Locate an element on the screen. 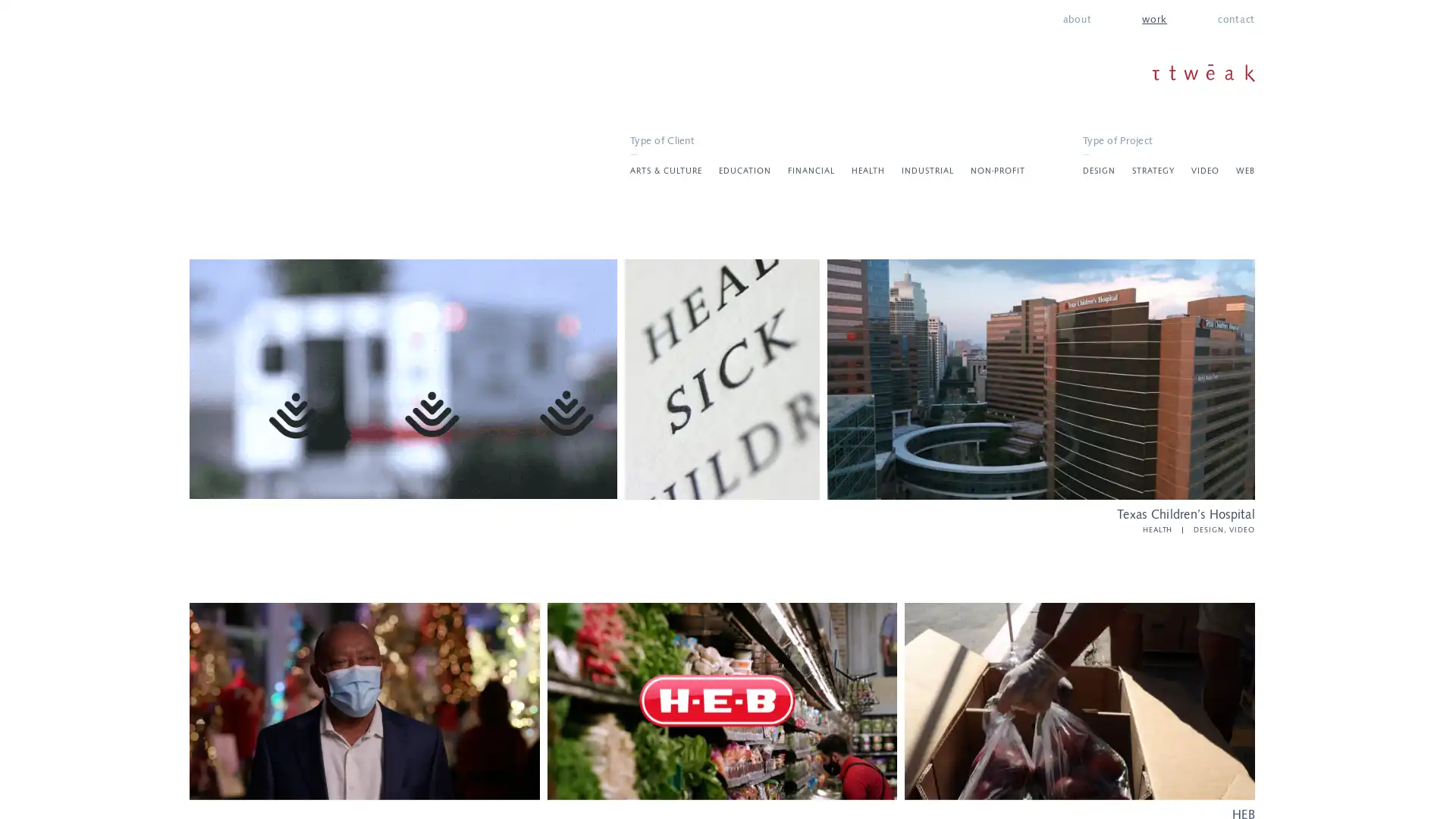 Image resolution: width=1456 pixels, height=819 pixels. FINANCIAL is located at coordinates (811, 171).